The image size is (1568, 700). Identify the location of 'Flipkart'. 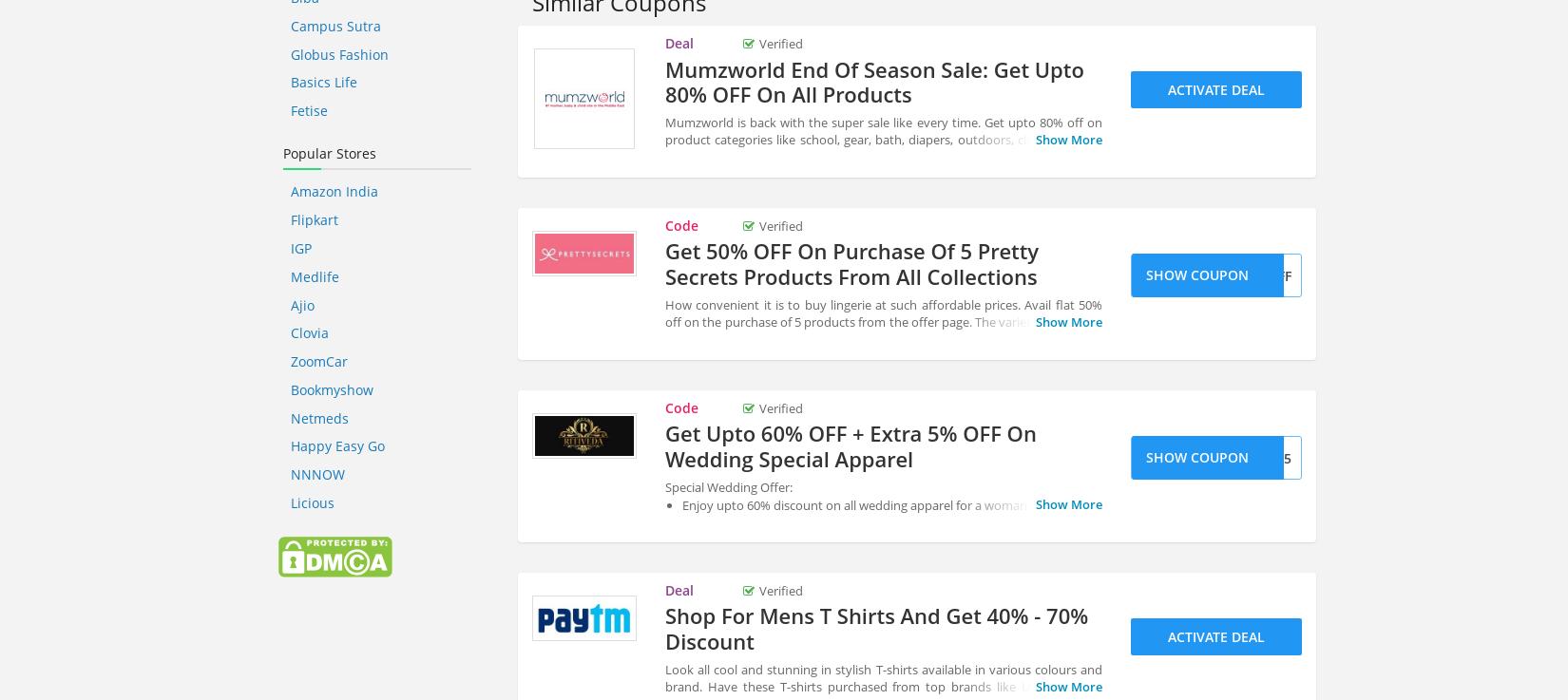
(314, 219).